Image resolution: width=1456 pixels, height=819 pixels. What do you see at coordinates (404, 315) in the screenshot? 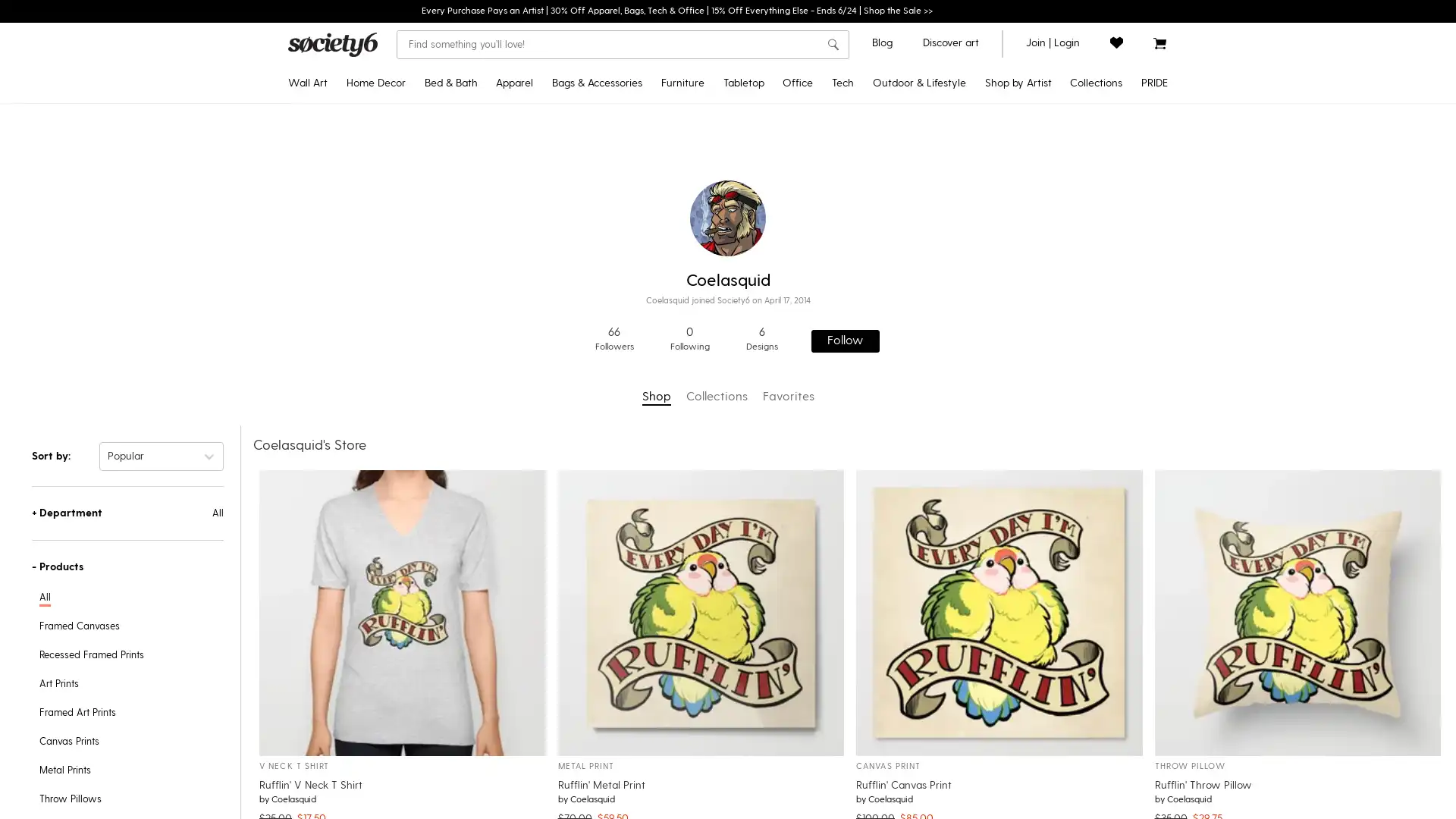
I see `Rugs` at bounding box center [404, 315].